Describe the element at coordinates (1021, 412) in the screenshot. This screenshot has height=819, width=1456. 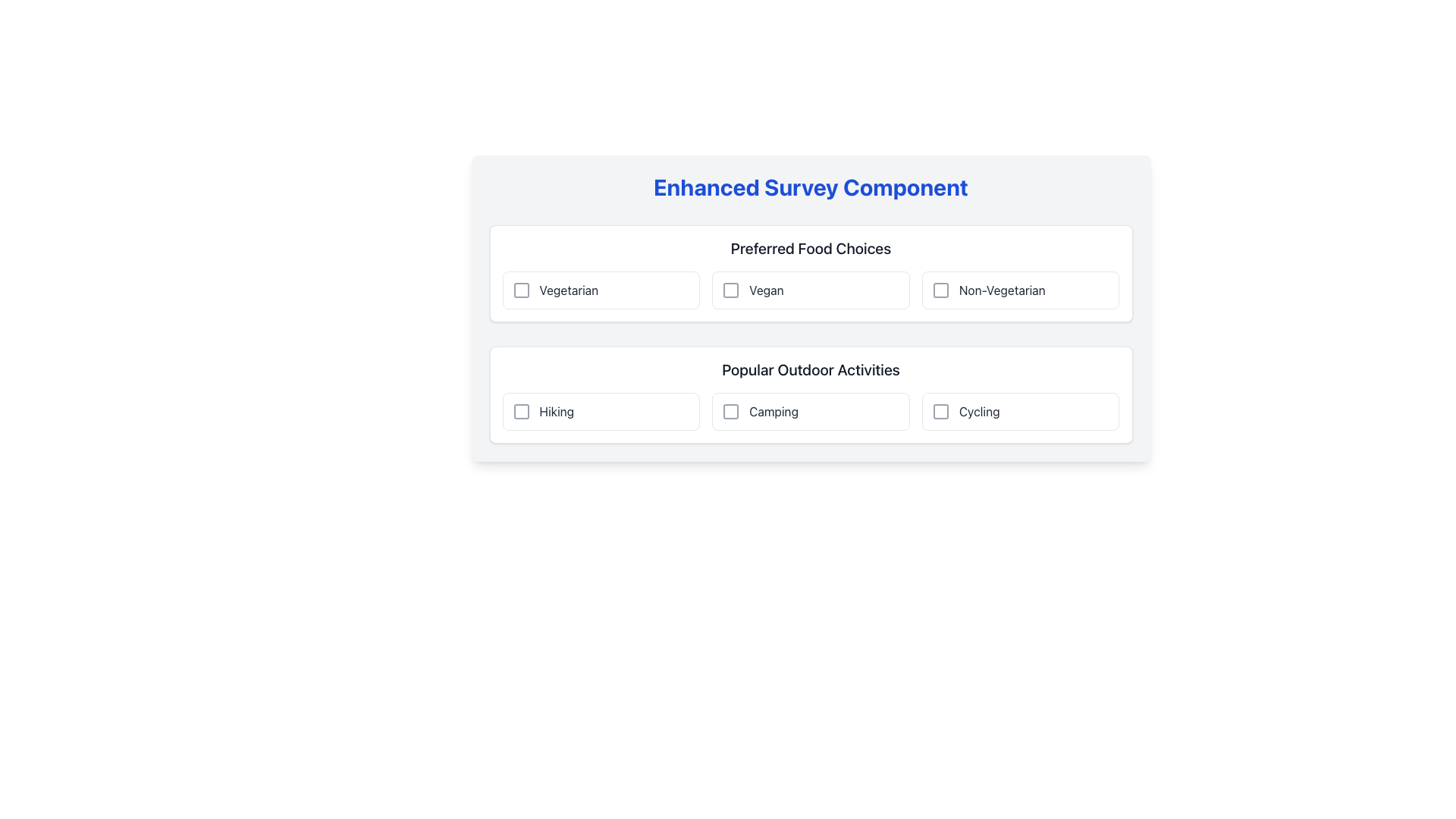
I see `the 'Cycling' checkbox, the last item in the 'Popular Outdoor Activities' row` at that location.